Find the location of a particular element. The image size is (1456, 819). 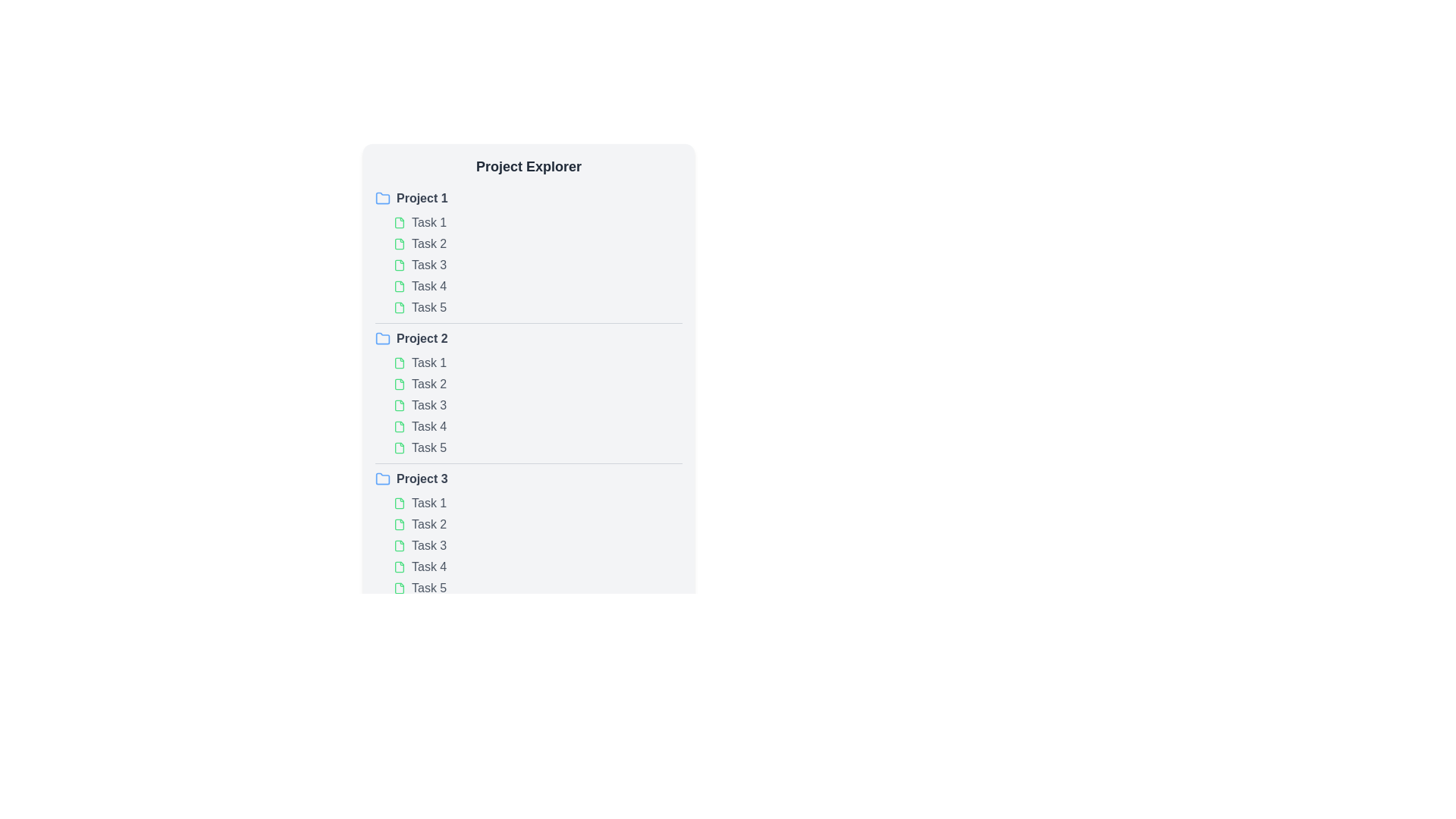

the 'Task 5' text label is located at coordinates (428, 307).